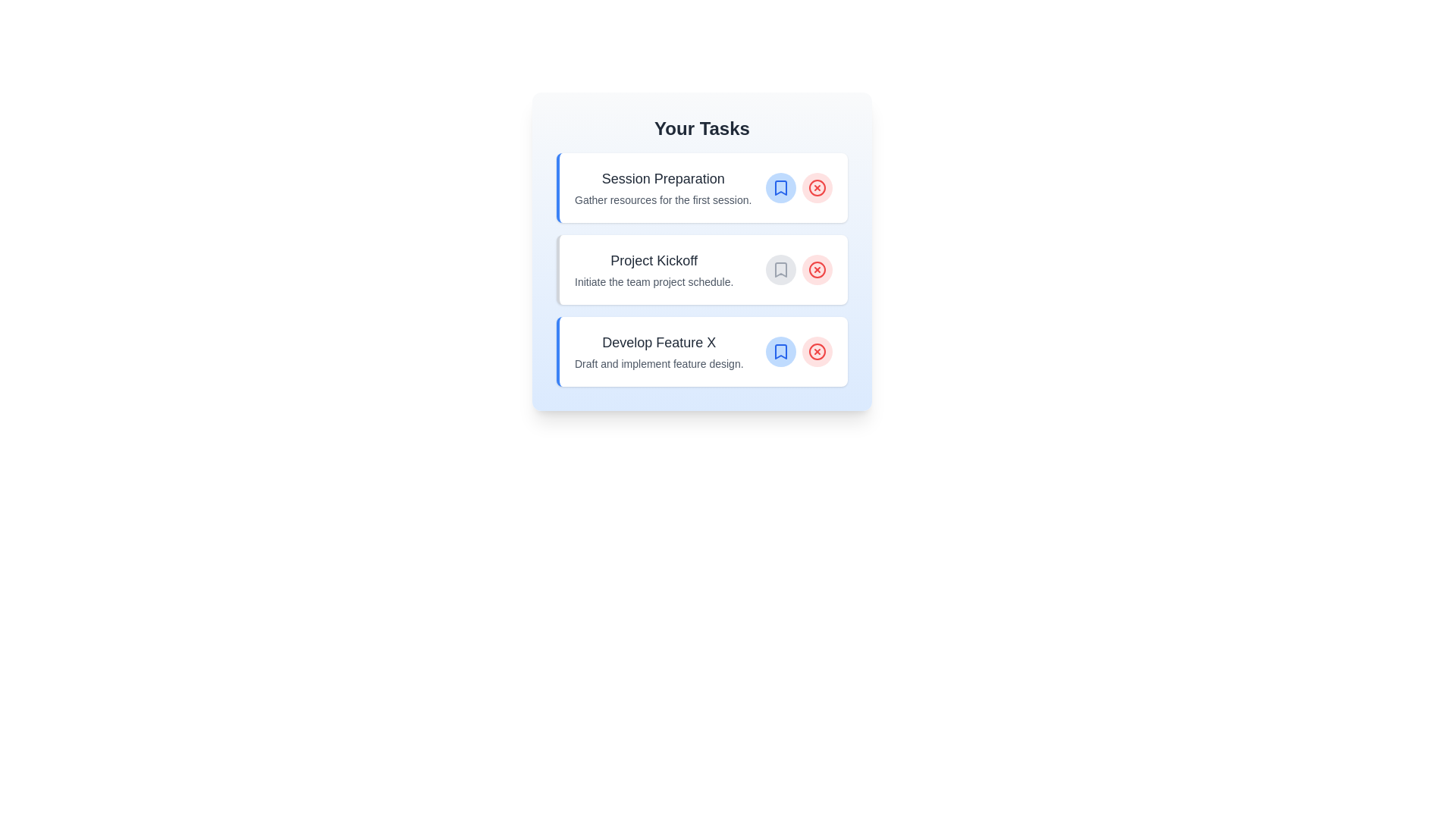  I want to click on the task titled 'Session Preparation' to see its hover effect, so click(701, 187).